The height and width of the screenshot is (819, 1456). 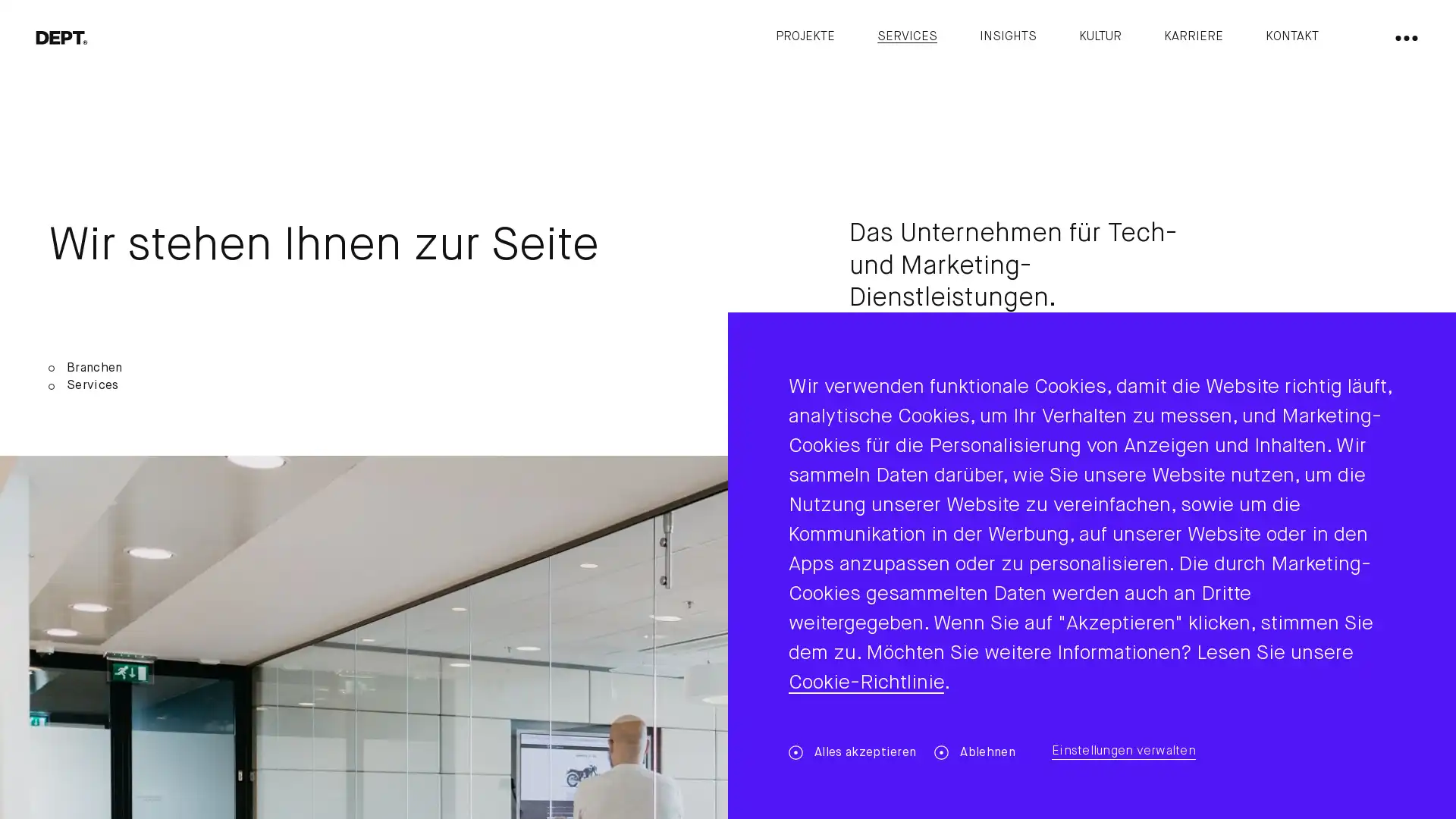 What do you see at coordinates (388, 385) in the screenshot?
I see `Services` at bounding box center [388, 385].